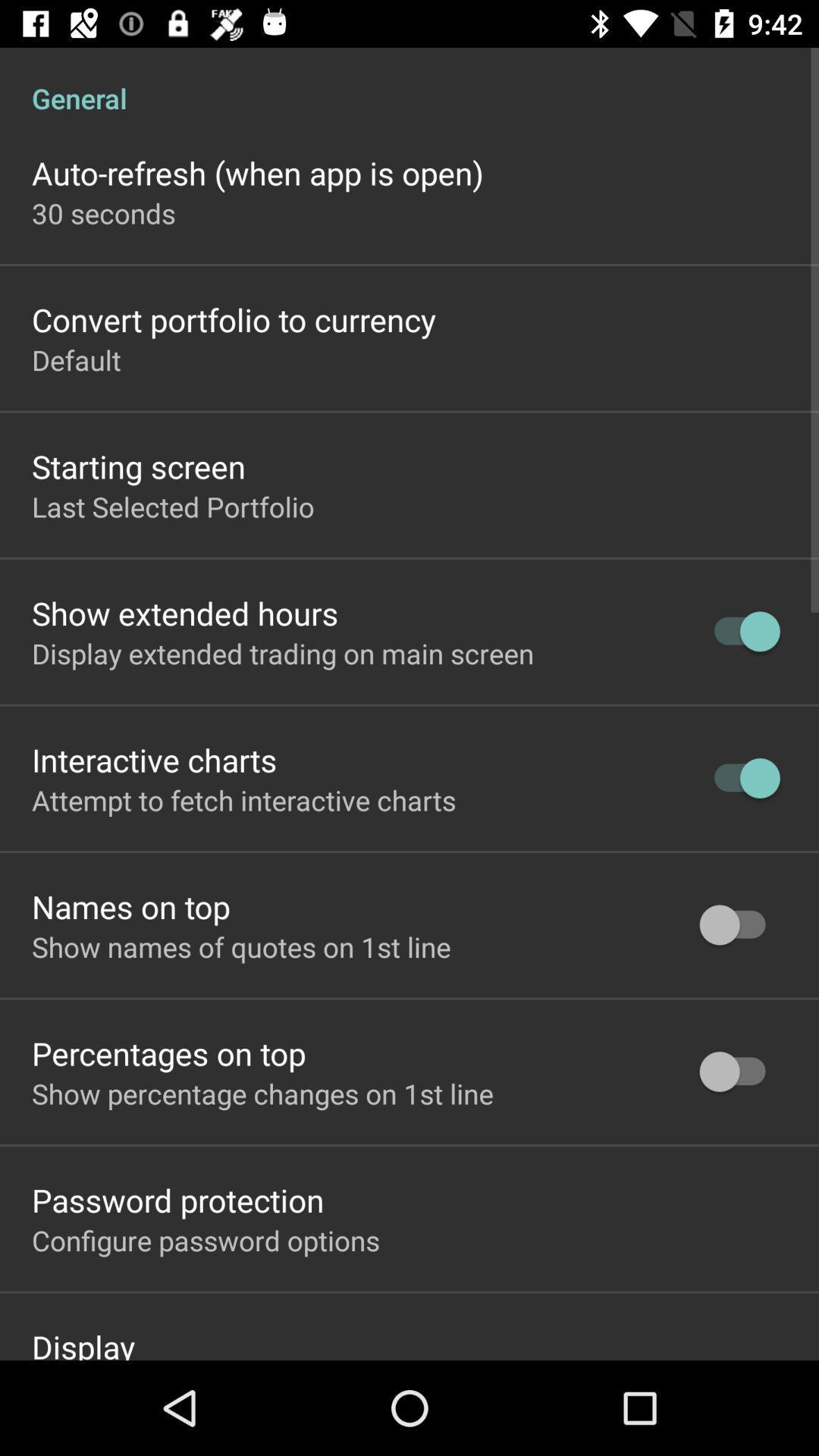 The image size is (819, 1456). Describe the element at coordinates (262, 1094) in the screenshot. I see `item above password protection app` at that location.